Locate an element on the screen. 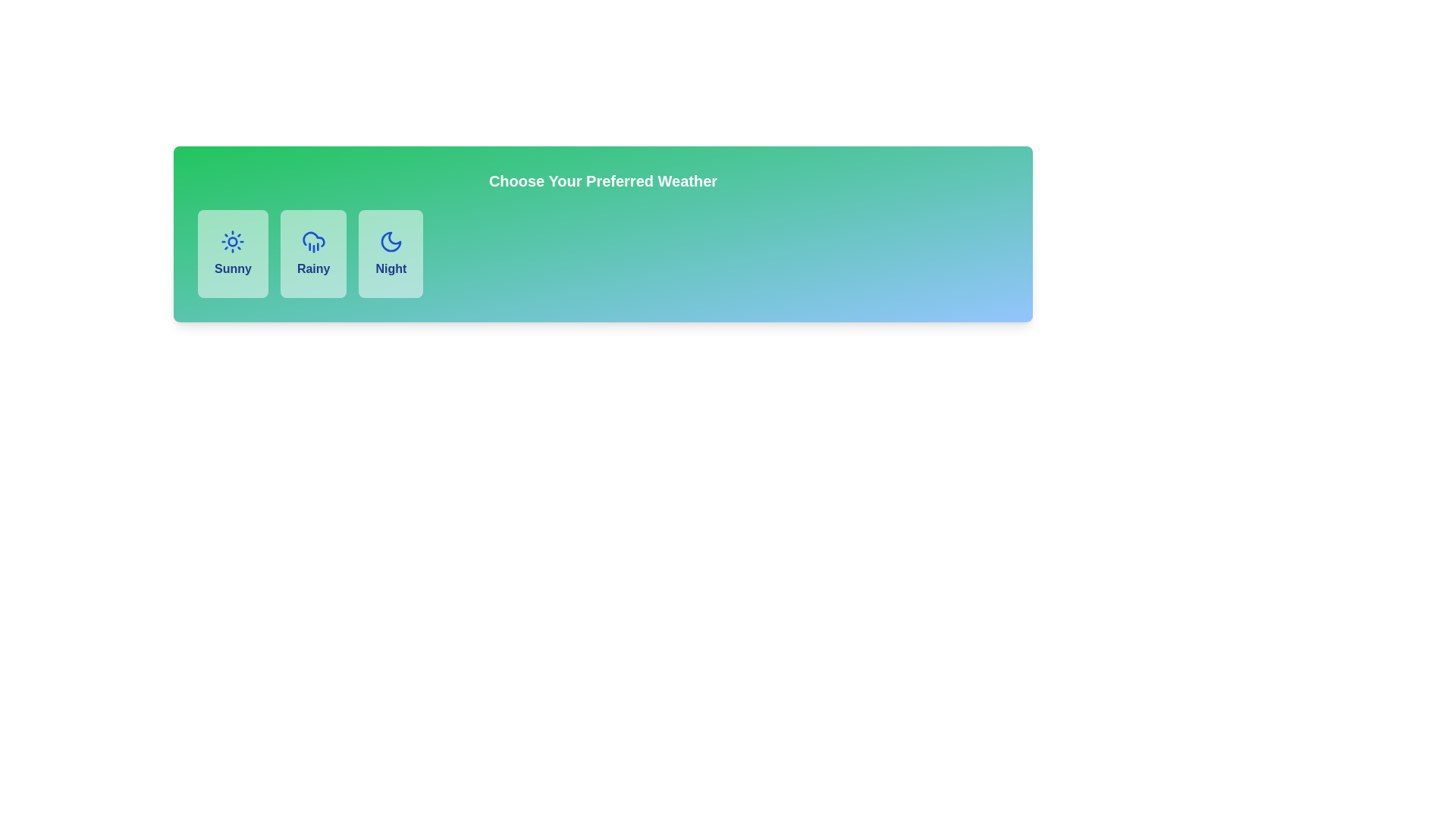 The width and height of the screenshot is (1456, 819). the SVG circle element that represents the sunny weather option, located at the top-left section of the application interface is located at coordinates (232, 241).